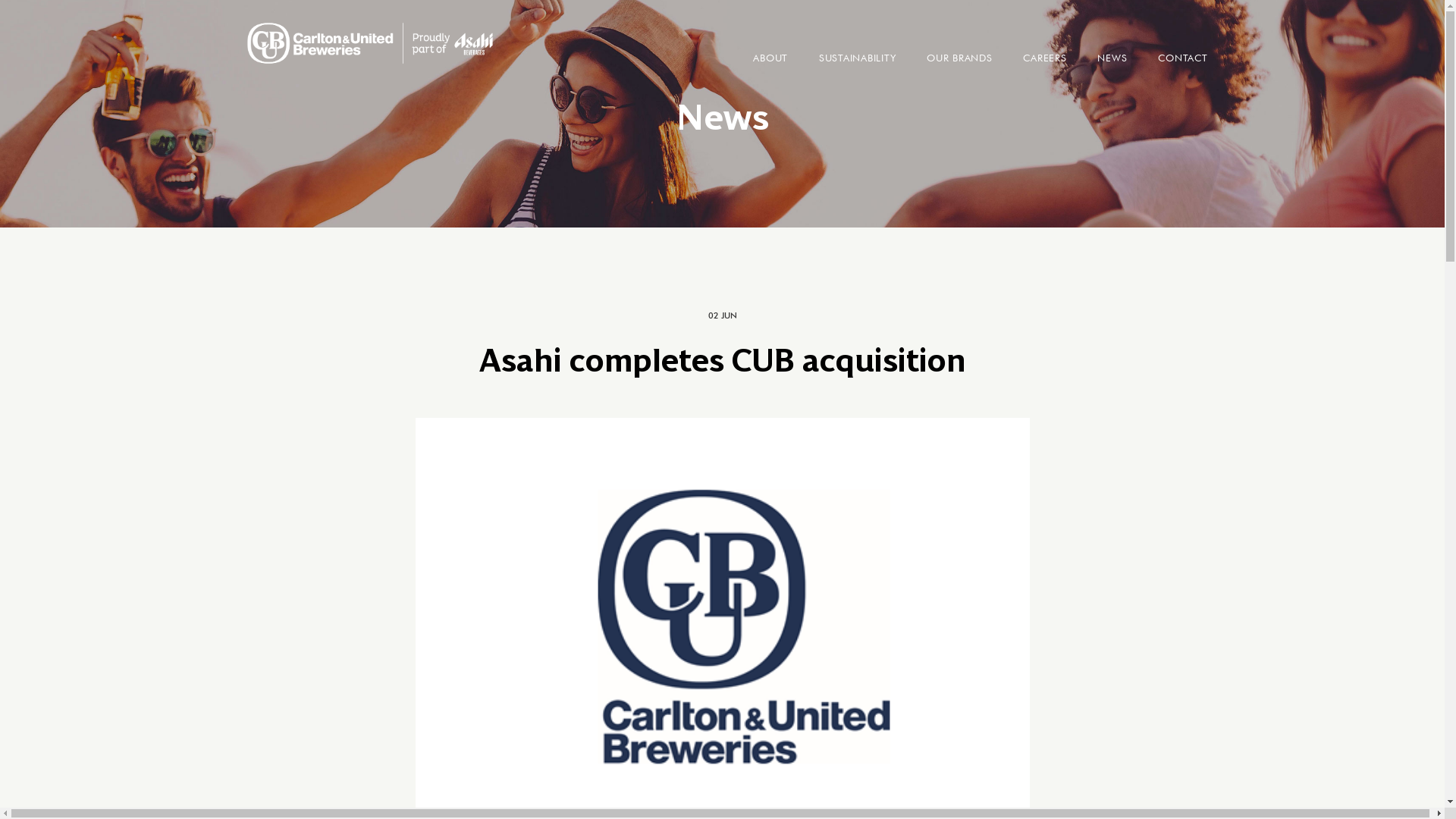  I want to click on 'OUR BRANDS', so click(959, 63).